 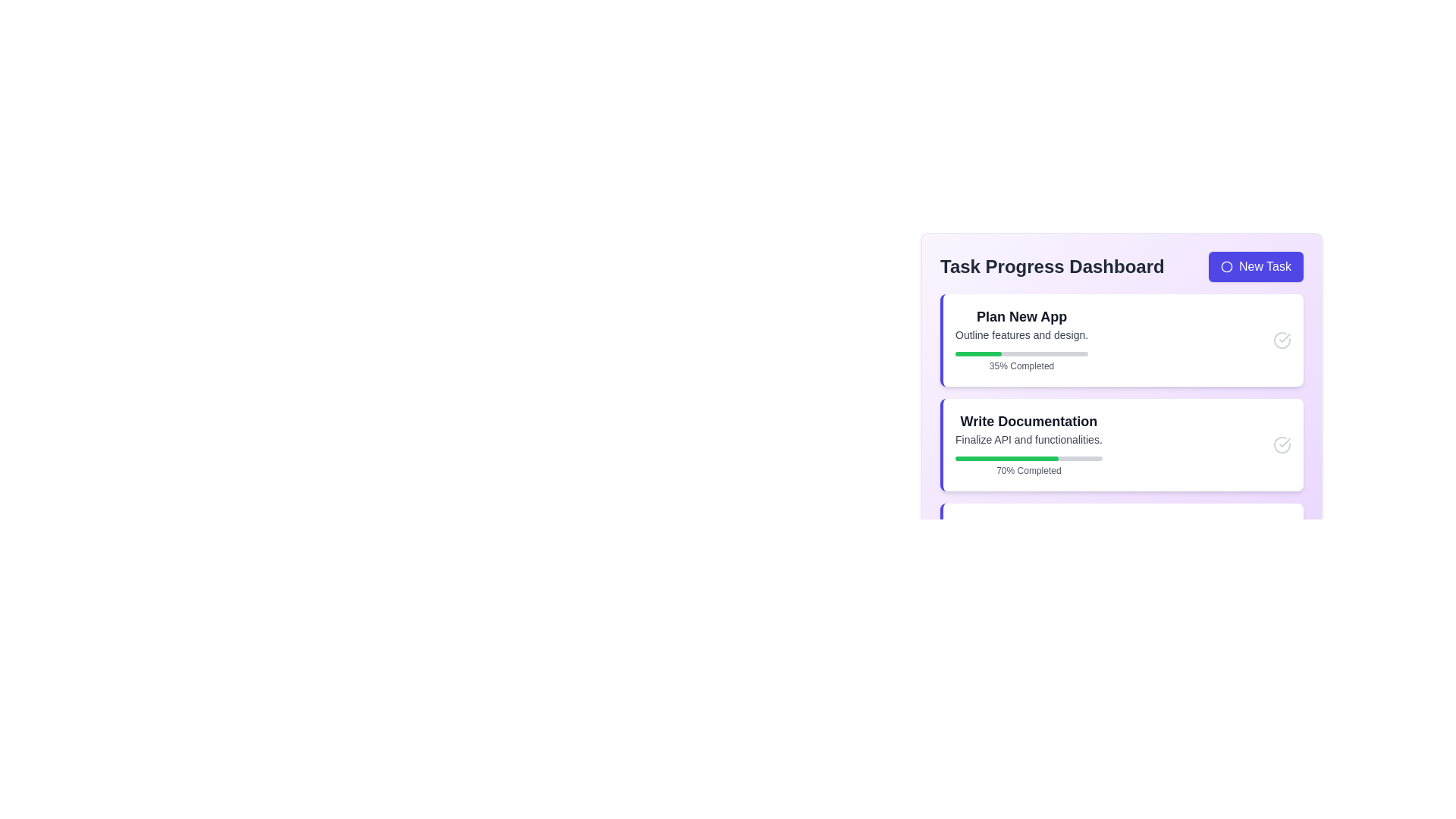 I want to click on the circular decorative element which is part of the 'New Task' button located in the top-right area of the 'Task Progress Dashboard.', so click(x=1226, y=265).